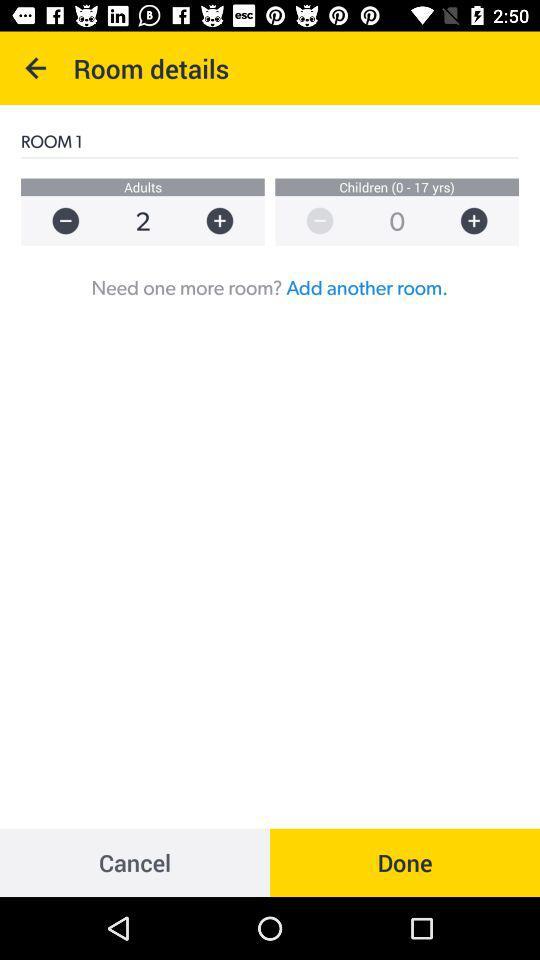 This screenshot has width=540, height=960. Describe the element at coordinates (405, 861) in the screenshot. I see `the icon next to the cancel item` at that location.